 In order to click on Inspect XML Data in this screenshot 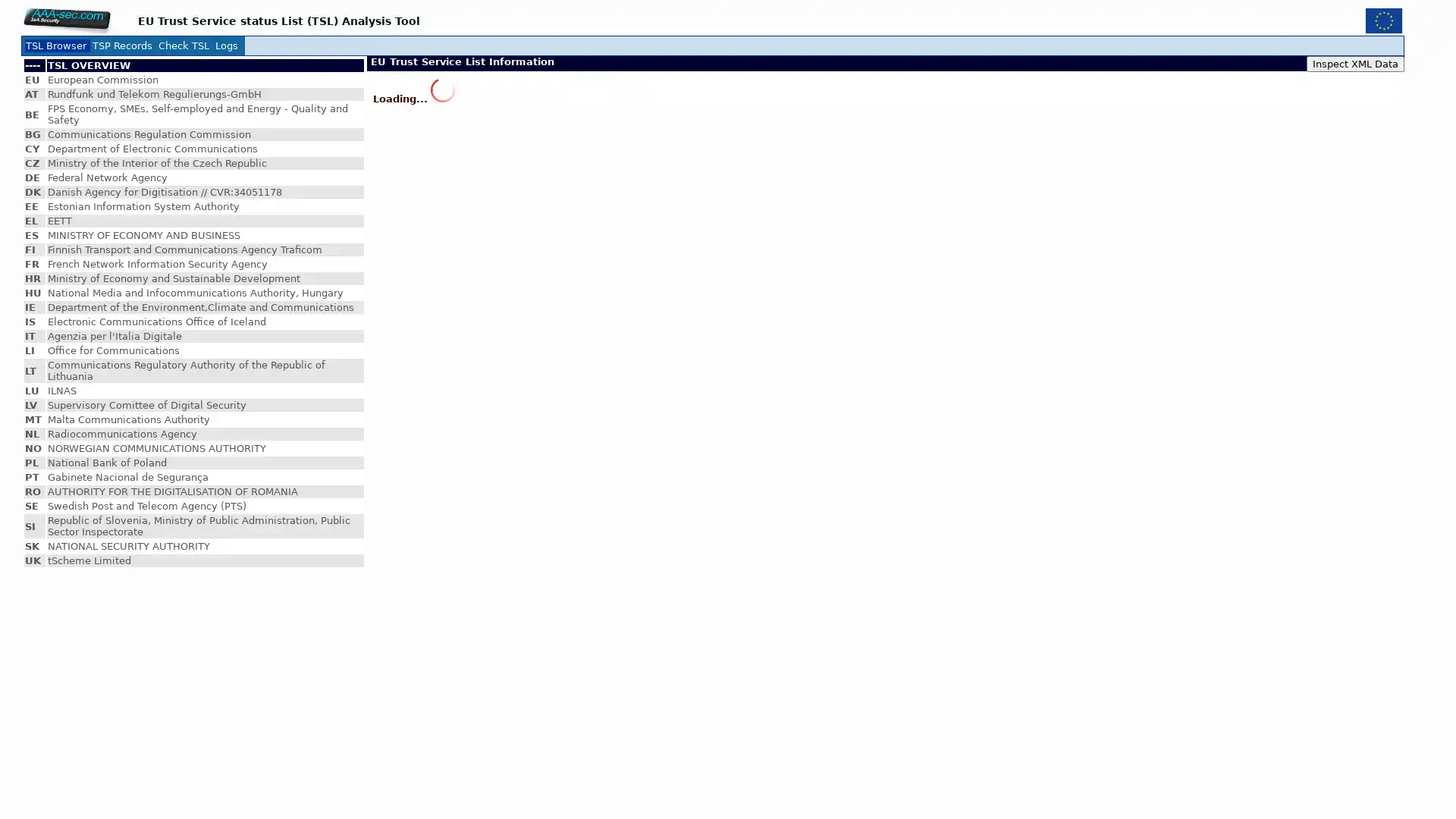, I will do `click(1355, 63)`.